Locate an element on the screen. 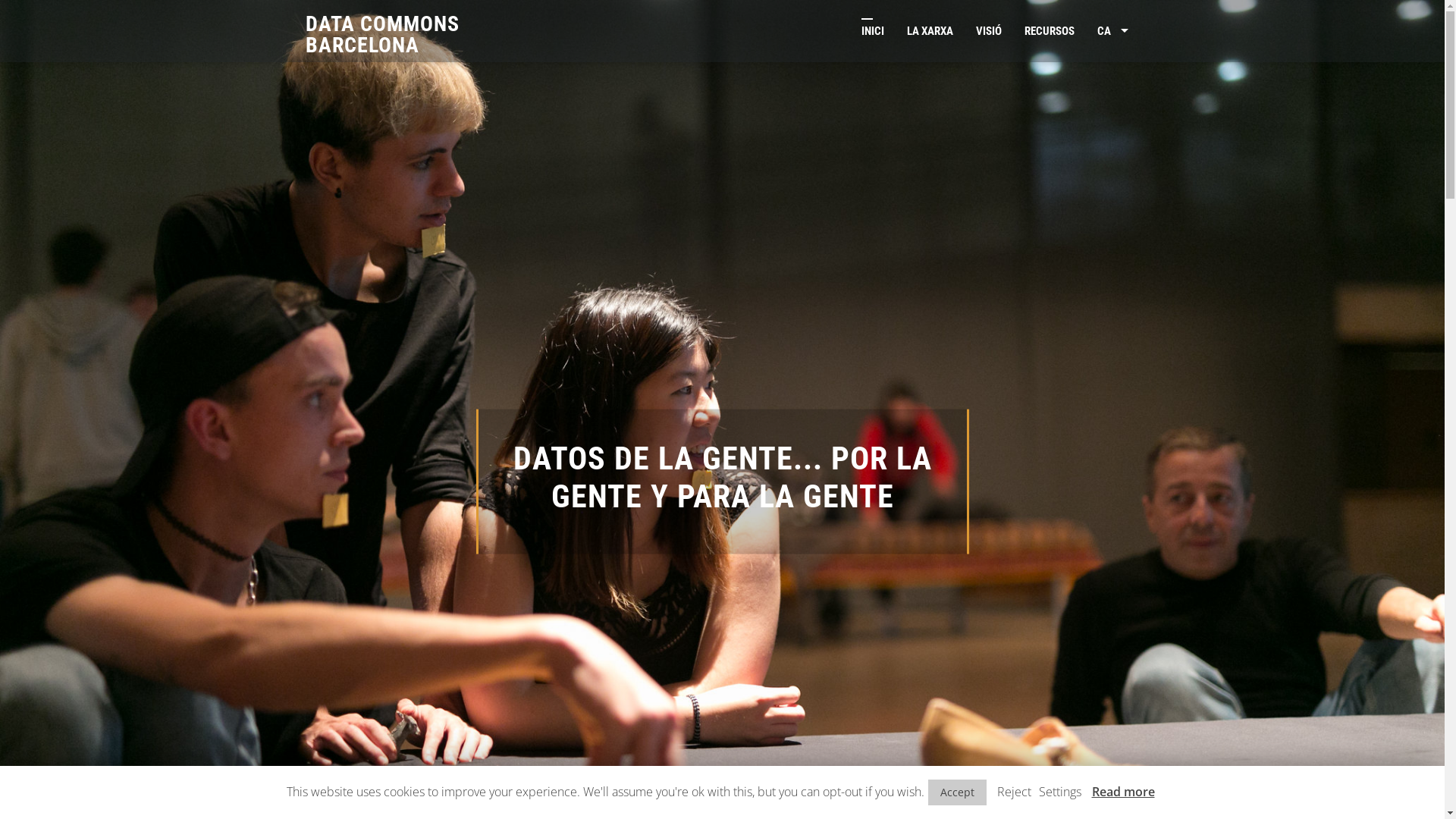 The image size is (1456, 819). 'LA XARXA' is located at coordinates (929, 31).